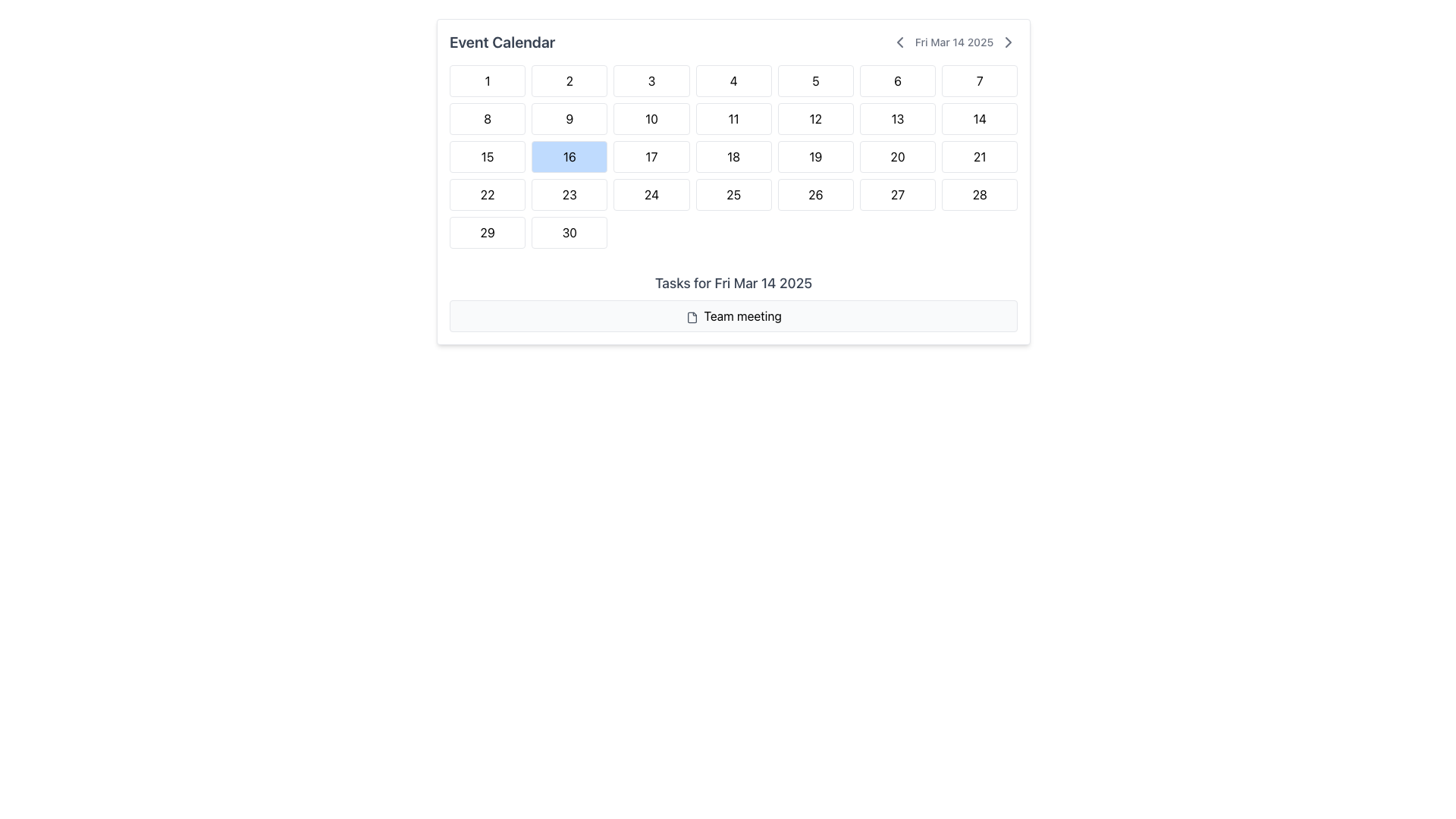 Image resolution: width=1456 pixels, height=819 pixels. What do you see at coordinates (1008, 42) in the screenshot?
I see `the navigation icon located at the top-right of the interface, next to the date label 'Fri Mar 14 2025'` at bounding box center [1008, 42].